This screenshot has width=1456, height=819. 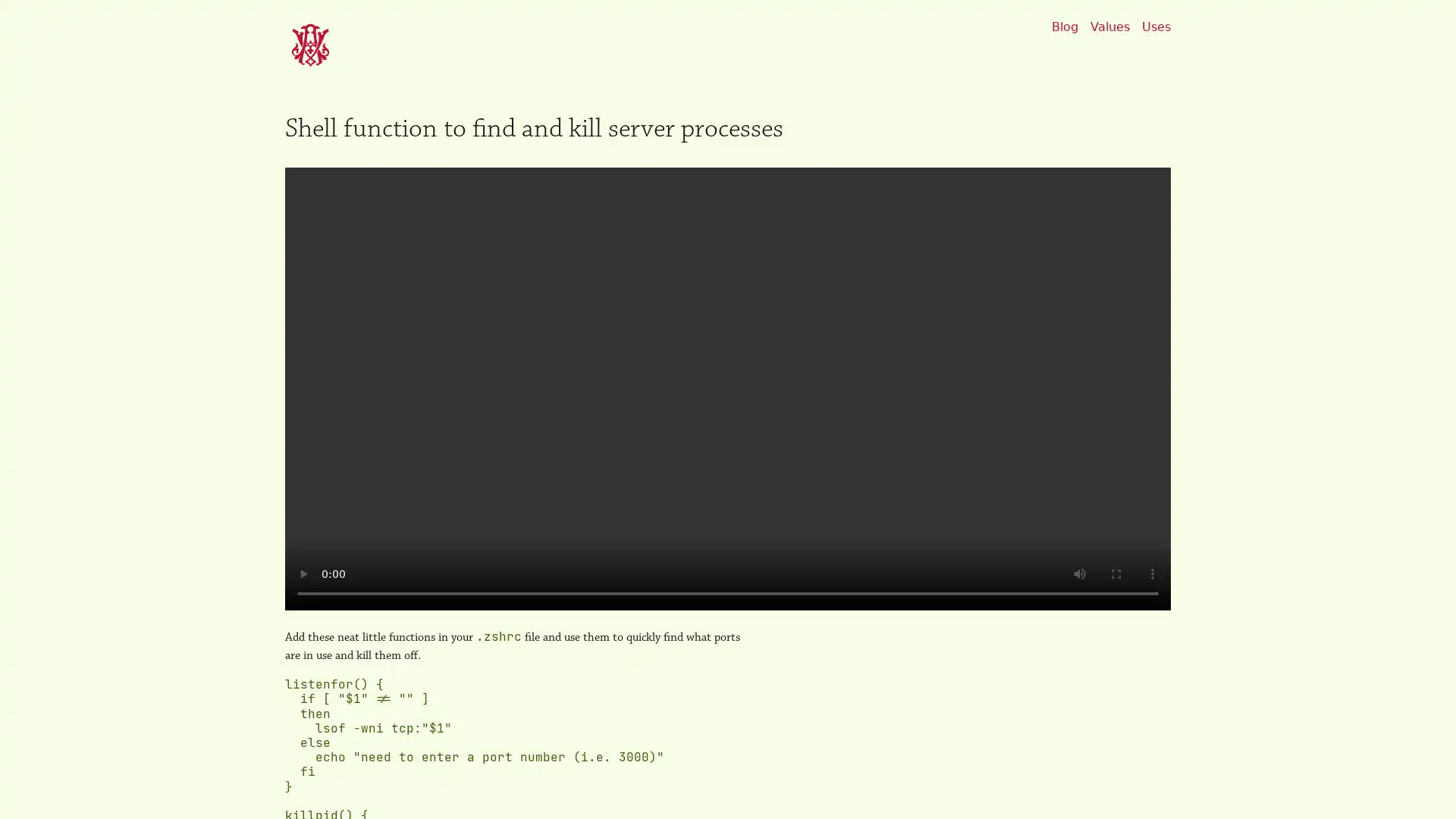 I want to click on show more media controls, so click(x=1153, y=573).